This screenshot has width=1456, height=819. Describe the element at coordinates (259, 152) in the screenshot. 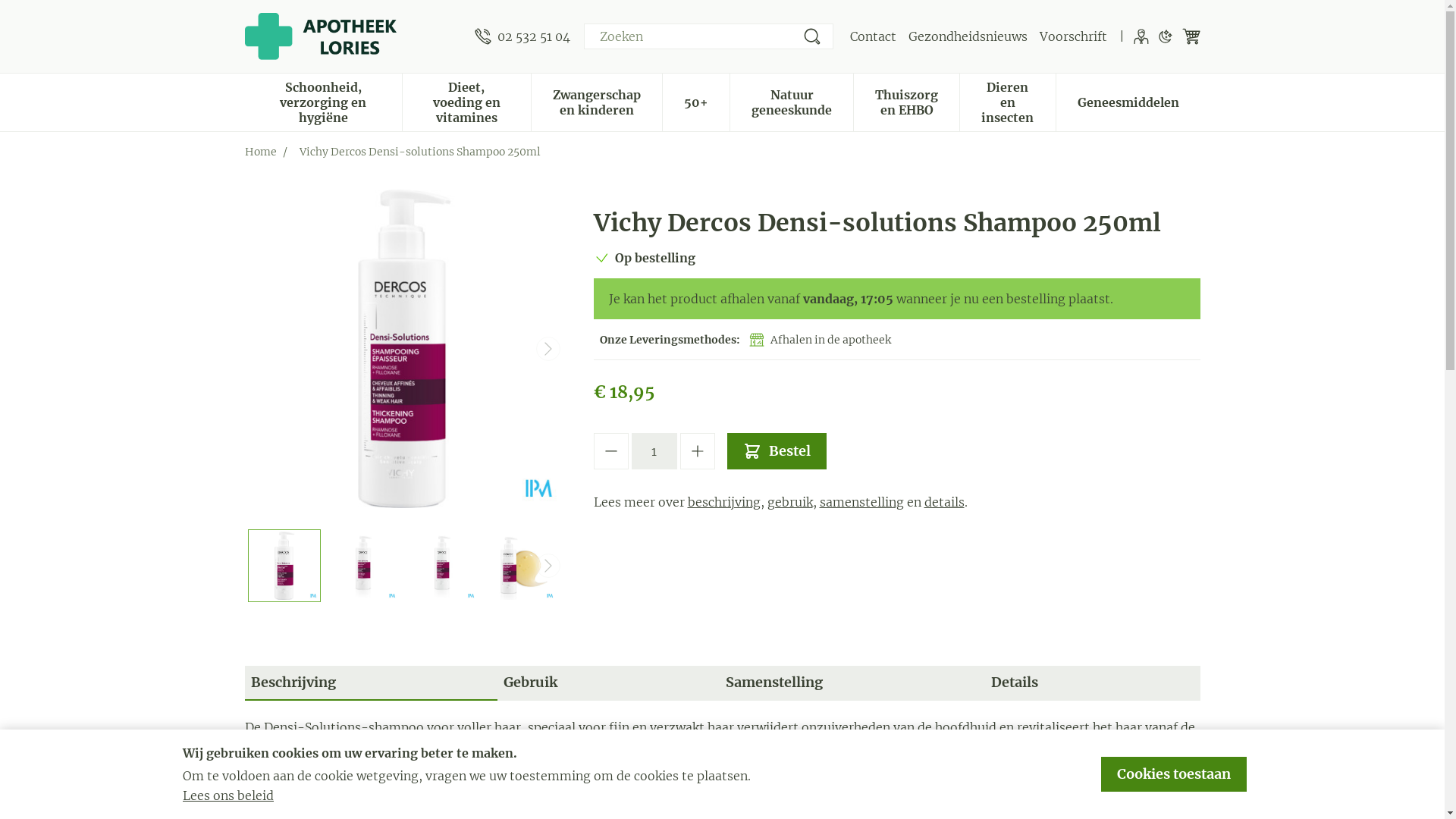

I see `'Home'` at that location.